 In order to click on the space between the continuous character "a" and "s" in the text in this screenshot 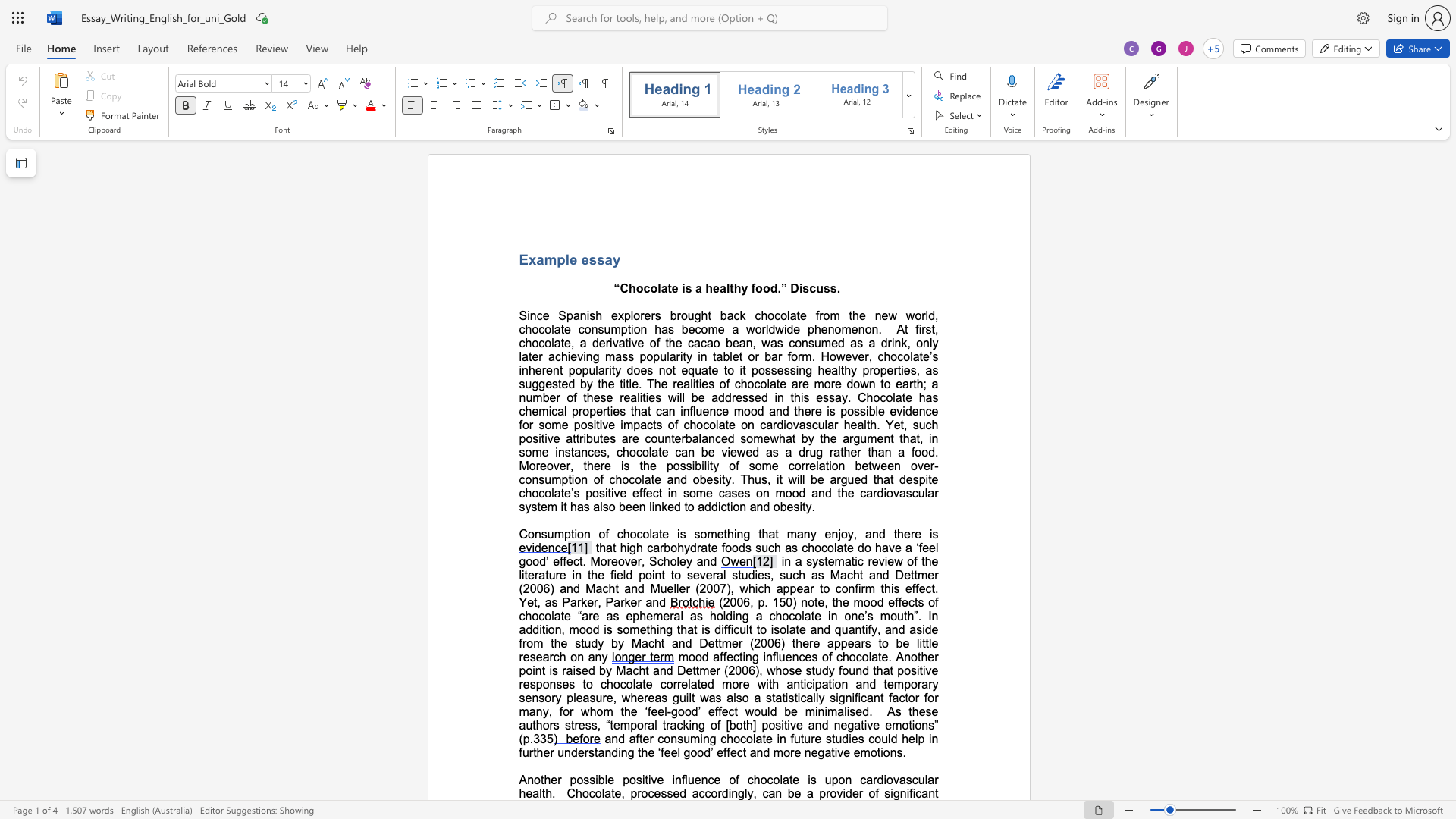, I will do `click(667, 328)`.